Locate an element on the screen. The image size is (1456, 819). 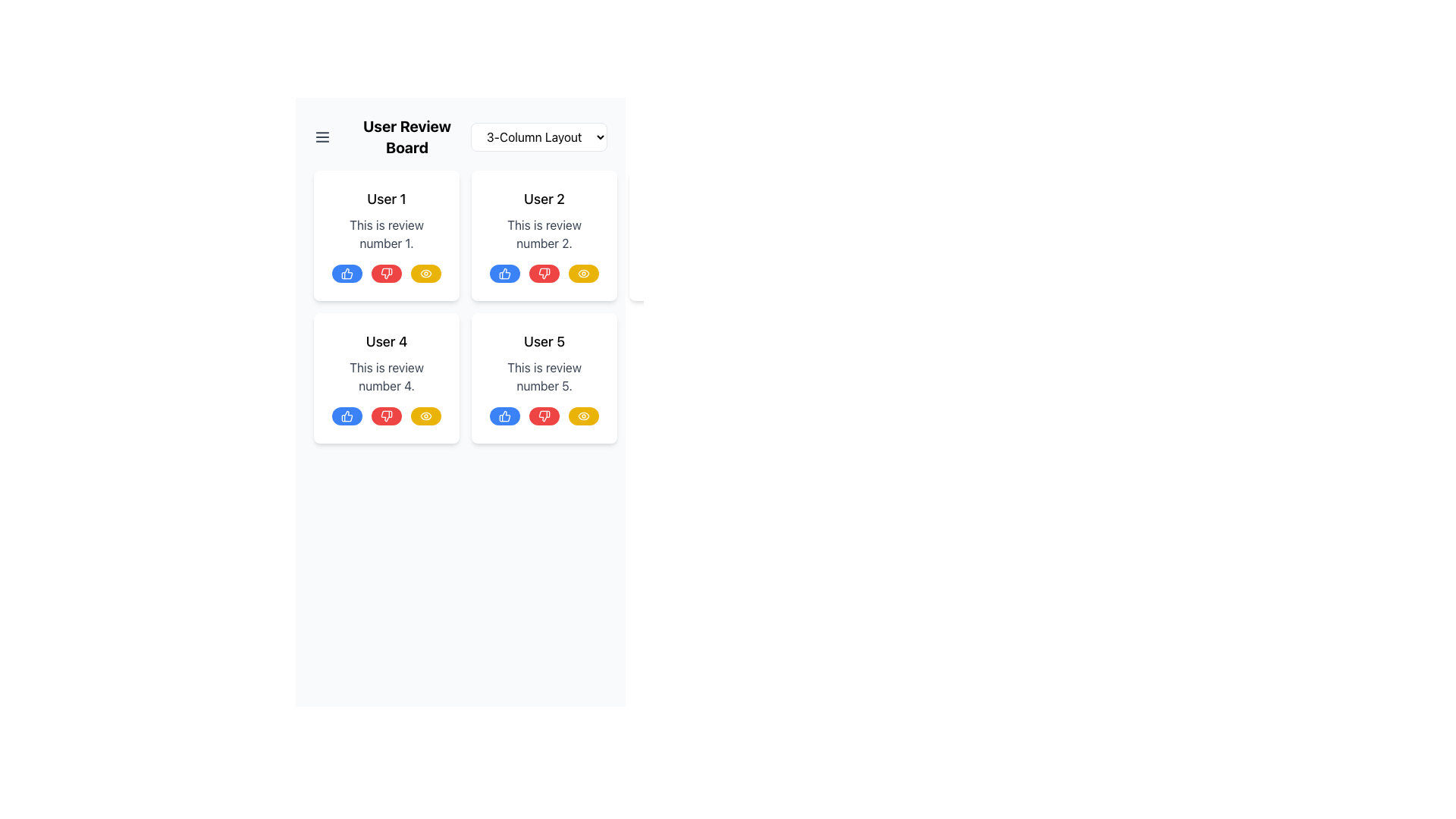
the circular yellow button with a white eye icon located in the bottom-right corner of the card labeled 'User 4' is located at coordinates (425, 416).